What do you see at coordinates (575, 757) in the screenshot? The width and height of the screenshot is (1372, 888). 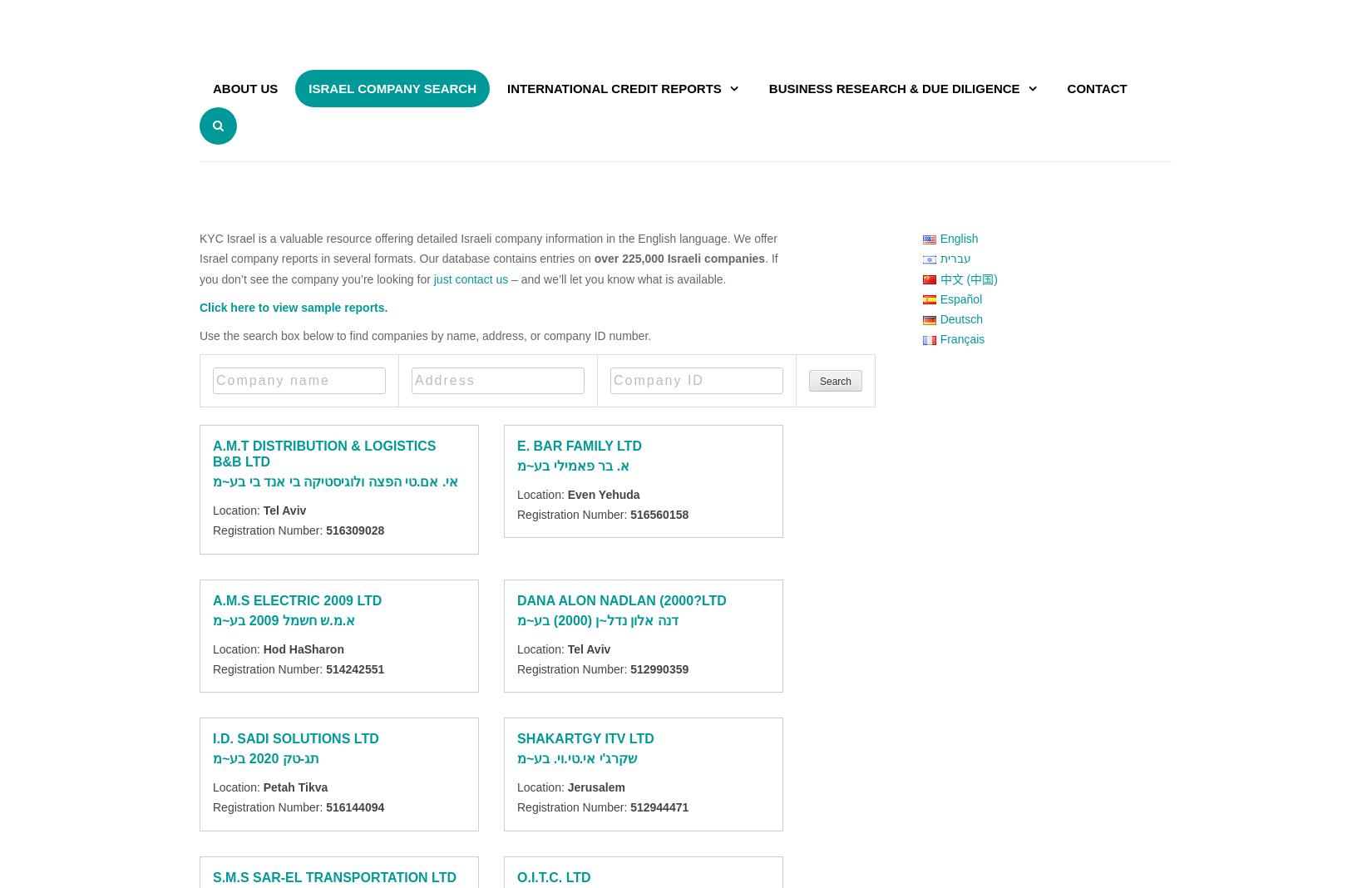 I see `'שקרג'י אי.טי.וי. בע~מ'` at bounding box center [575, 757].